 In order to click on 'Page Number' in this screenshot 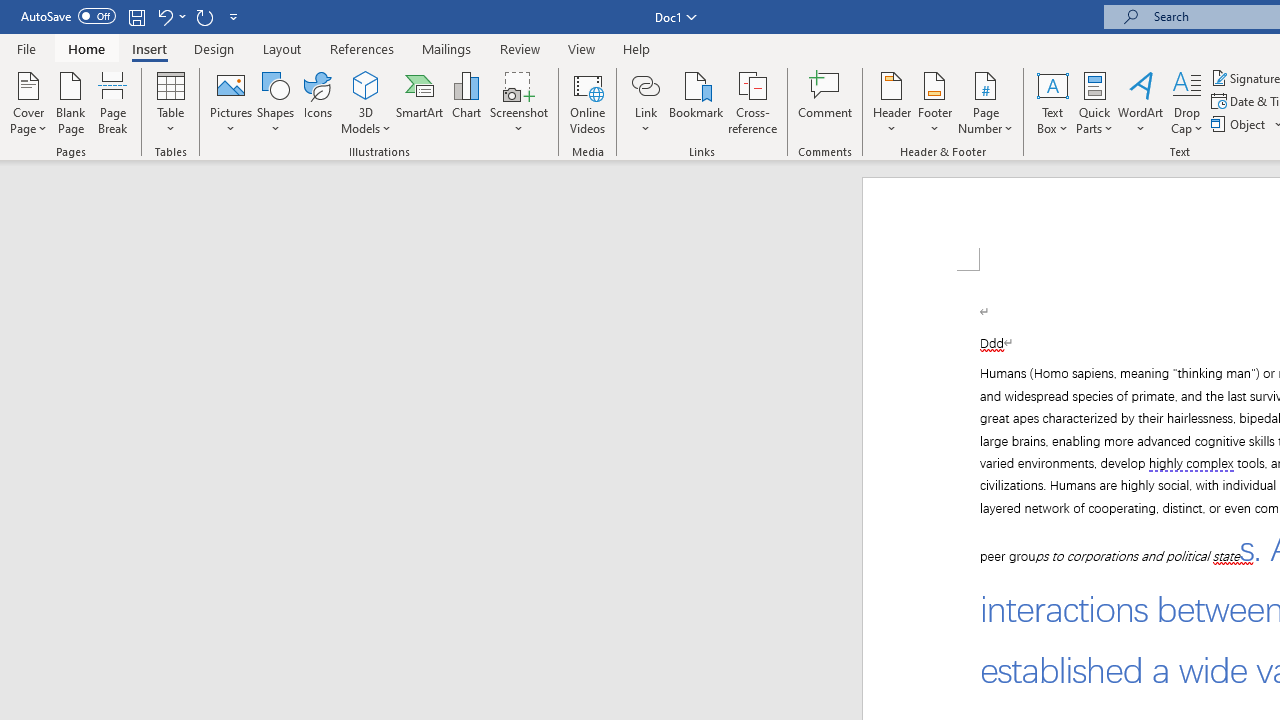, I will do `click(986, 103)`.